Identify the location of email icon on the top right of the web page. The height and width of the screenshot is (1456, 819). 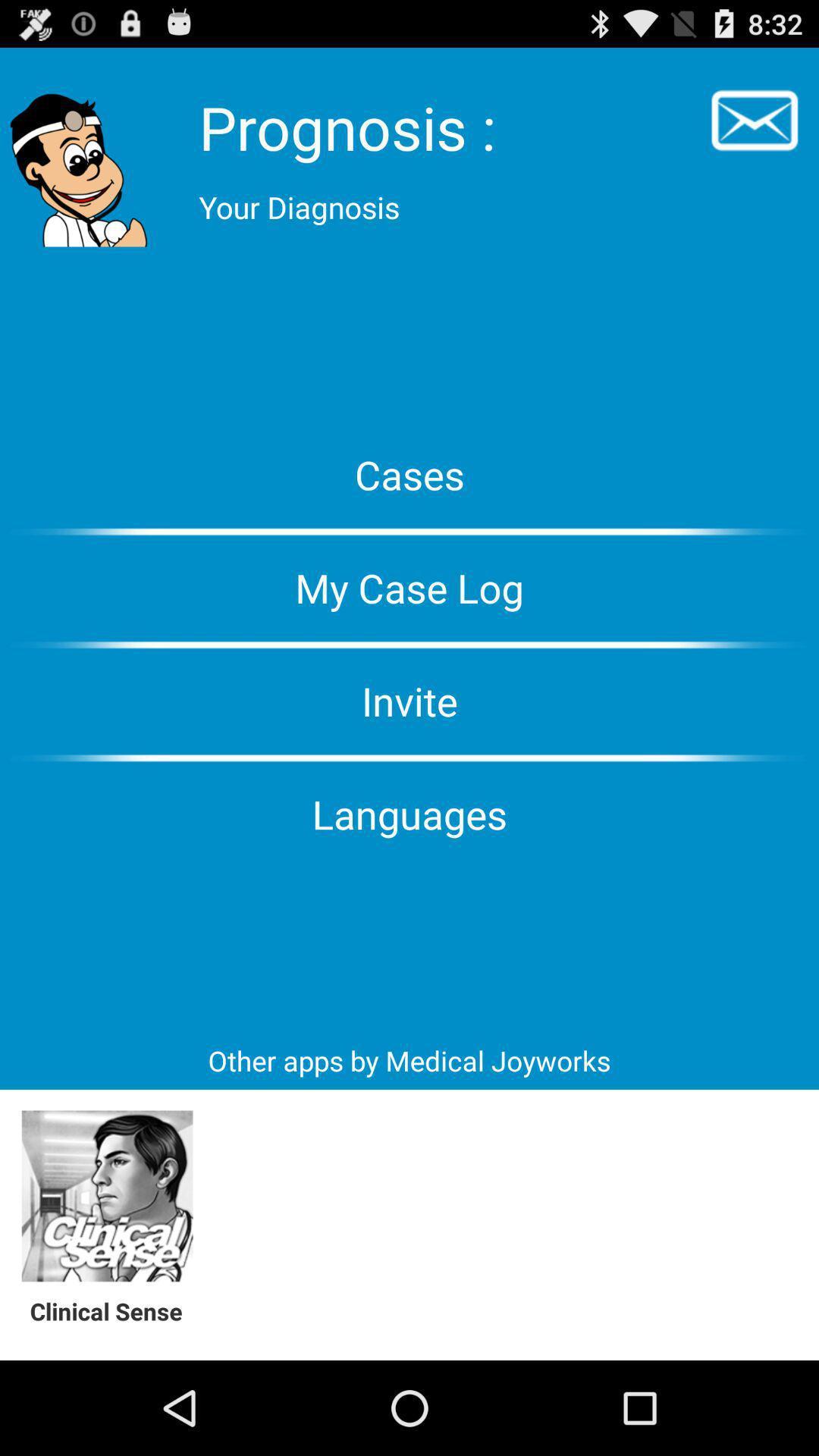
(754, 120).